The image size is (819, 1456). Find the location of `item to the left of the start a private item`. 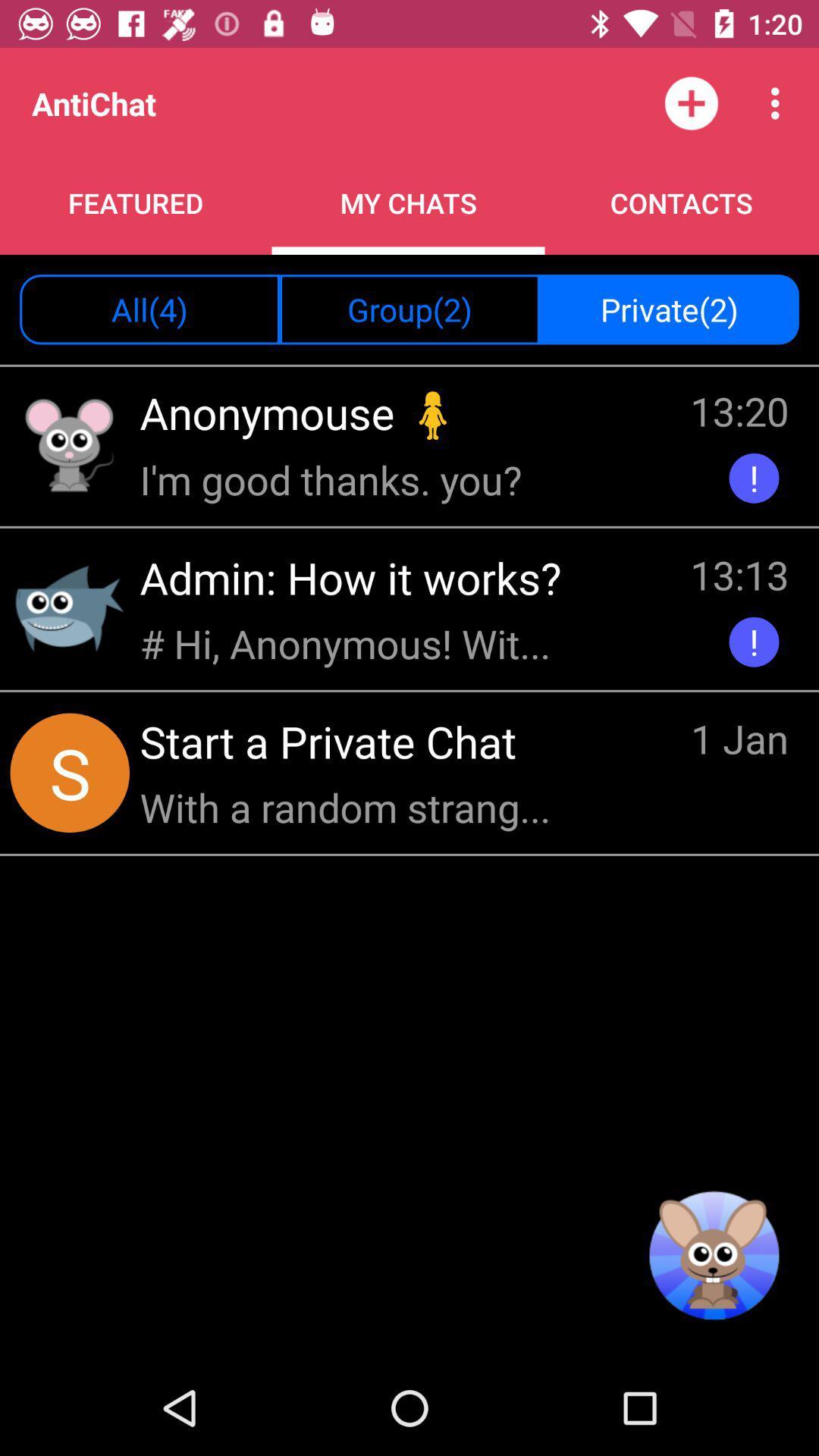

item to the left of the start a private item is located at coordinates (70, 773).